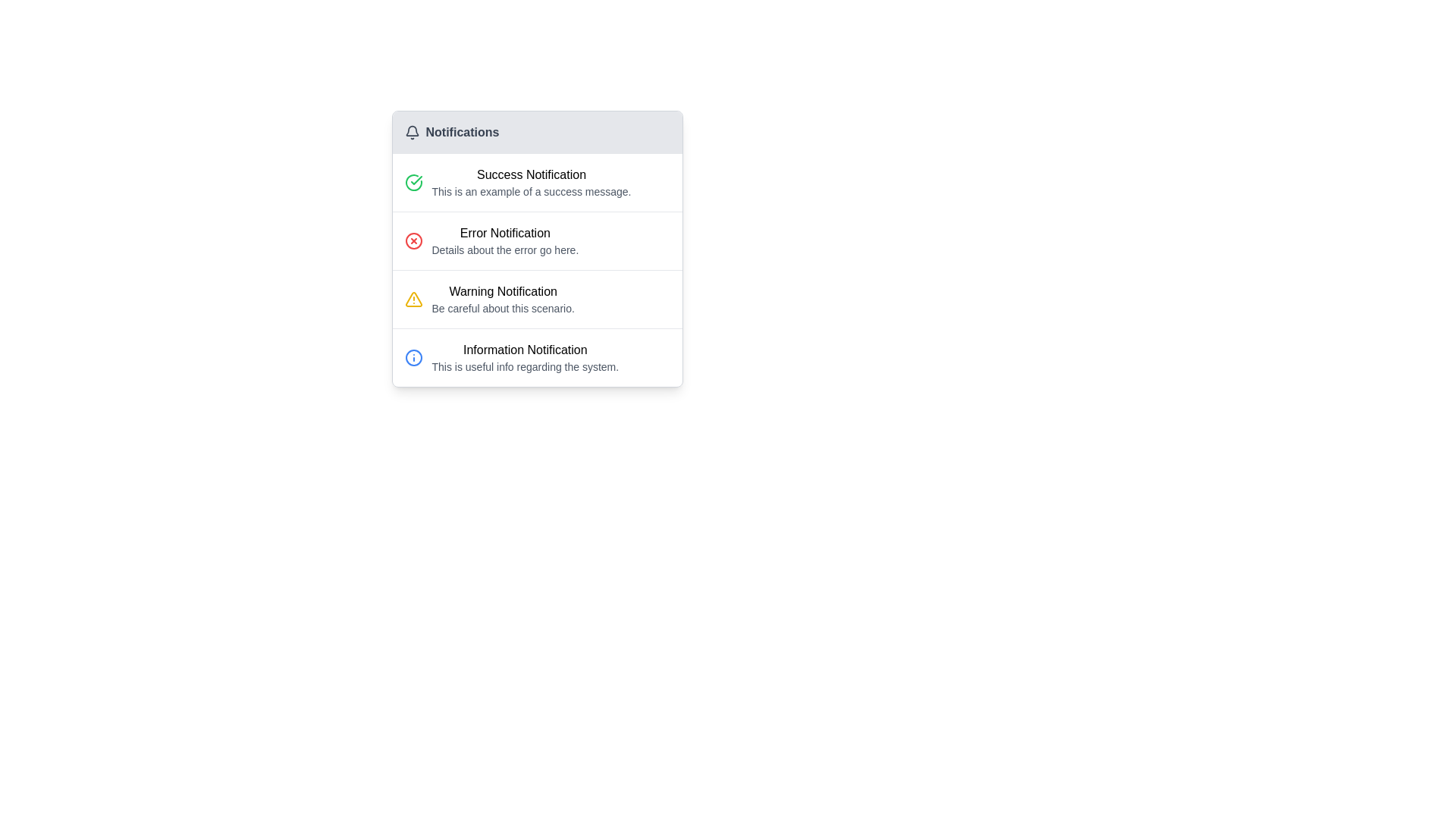 The height and width of the screenshot is (819, 1456). What do you see at coordinates (525, 350) in the screenshot?
I see `the text label that serves as the title of the information notification, positioned between 'Warning Notification' above and 'This is useful info regarding the system.' below, located in the fourth position of a vertically aligned notification list` at bounding box center [525, 350].